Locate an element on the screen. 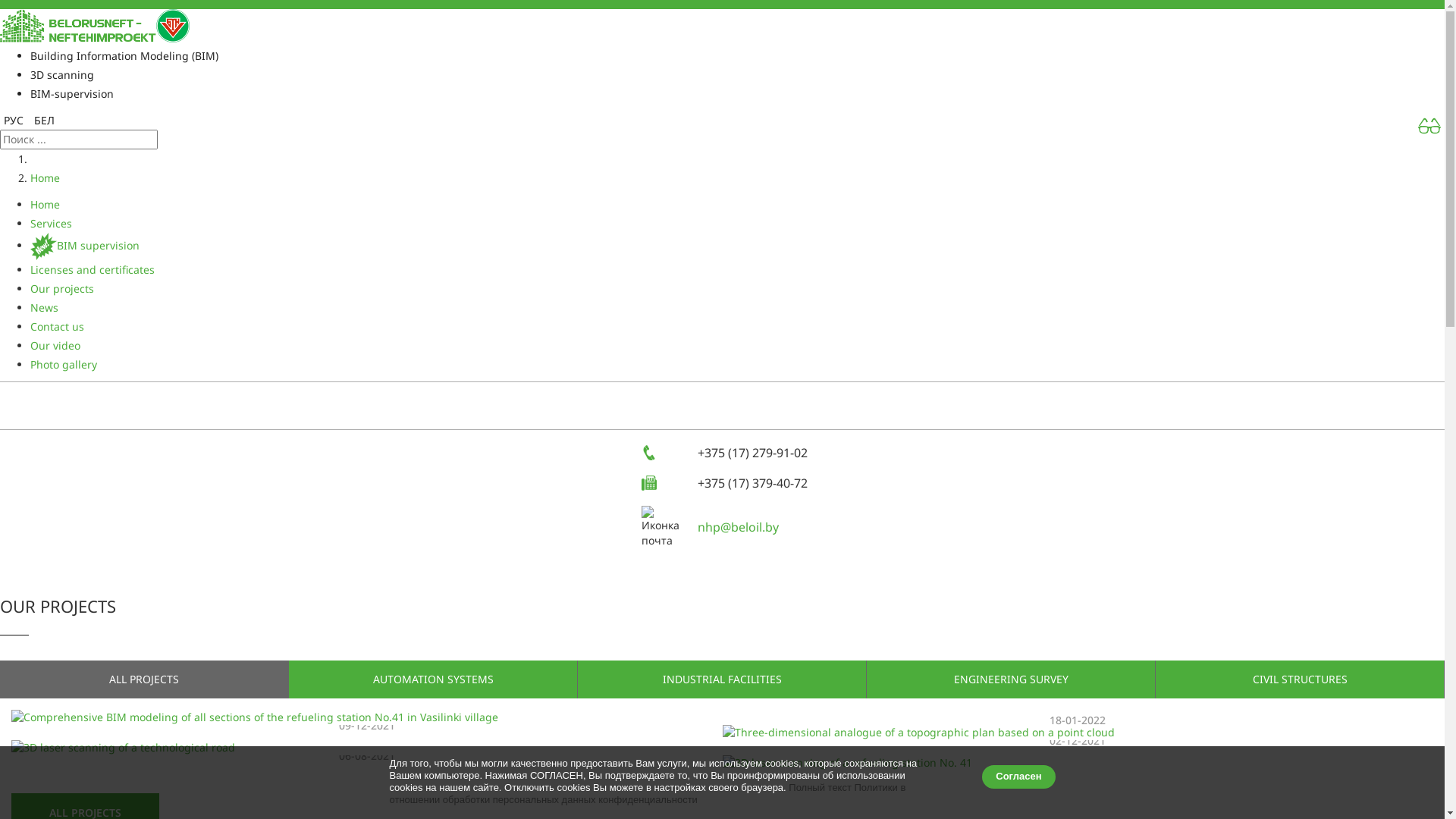 This screenshot has height=819, width=1456. 'BIM supervision' is located at coordinates (30, 244).